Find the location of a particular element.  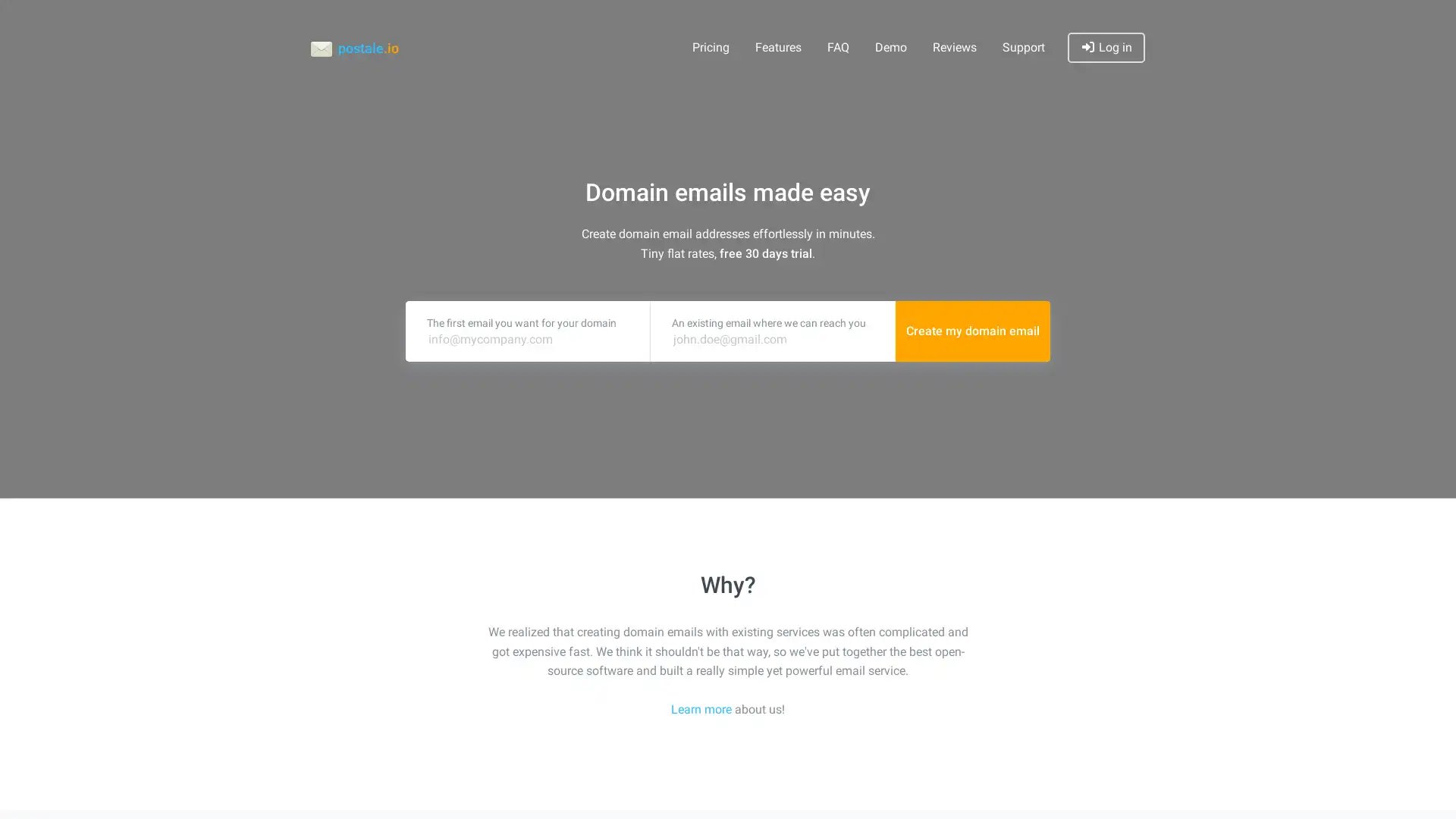

Create my domain email is located at coordinates (972, 330).